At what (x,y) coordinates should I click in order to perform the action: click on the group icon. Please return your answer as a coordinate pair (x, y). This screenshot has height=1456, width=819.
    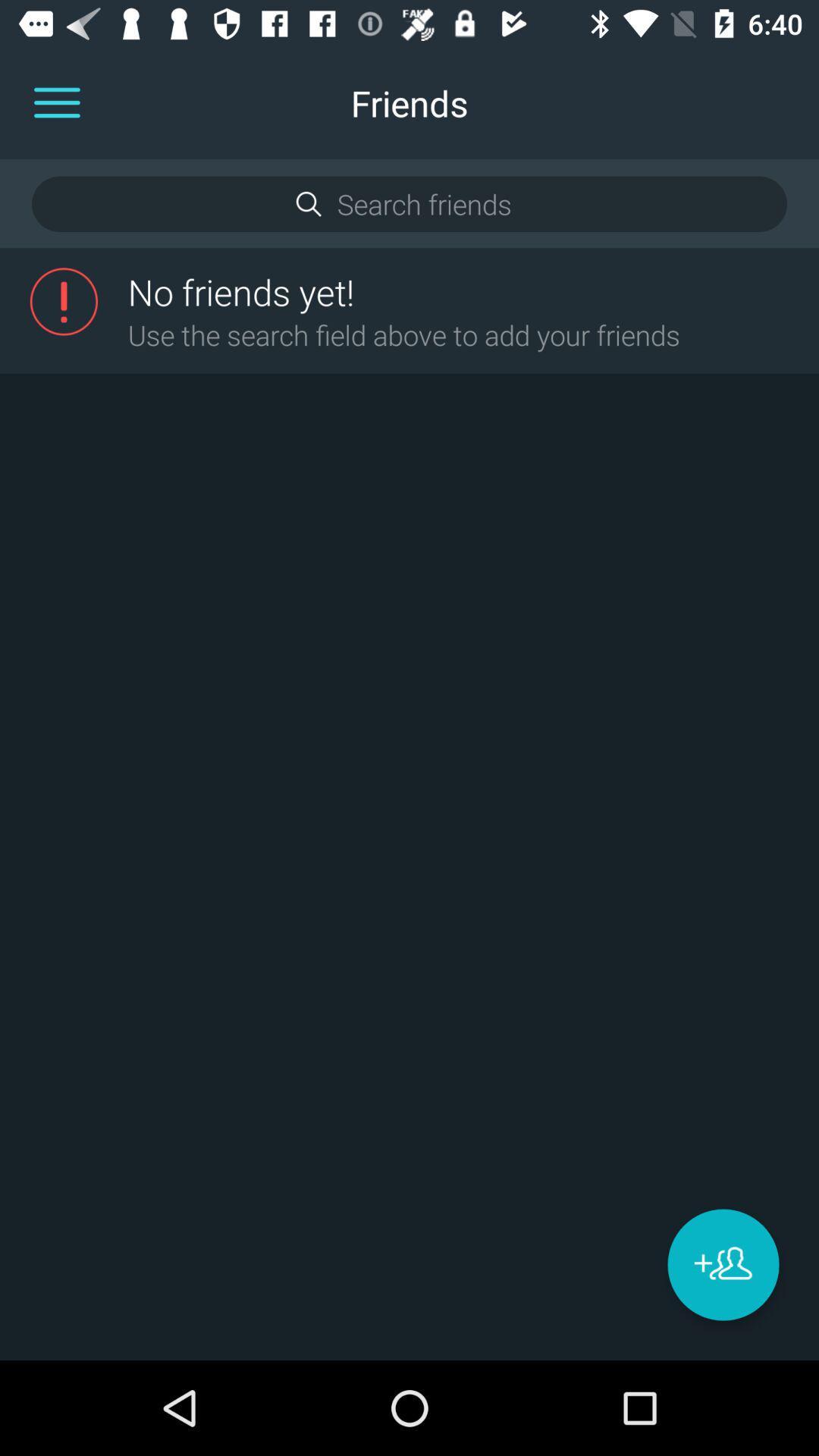
    Looking at the image, I should click on (722, 1264).